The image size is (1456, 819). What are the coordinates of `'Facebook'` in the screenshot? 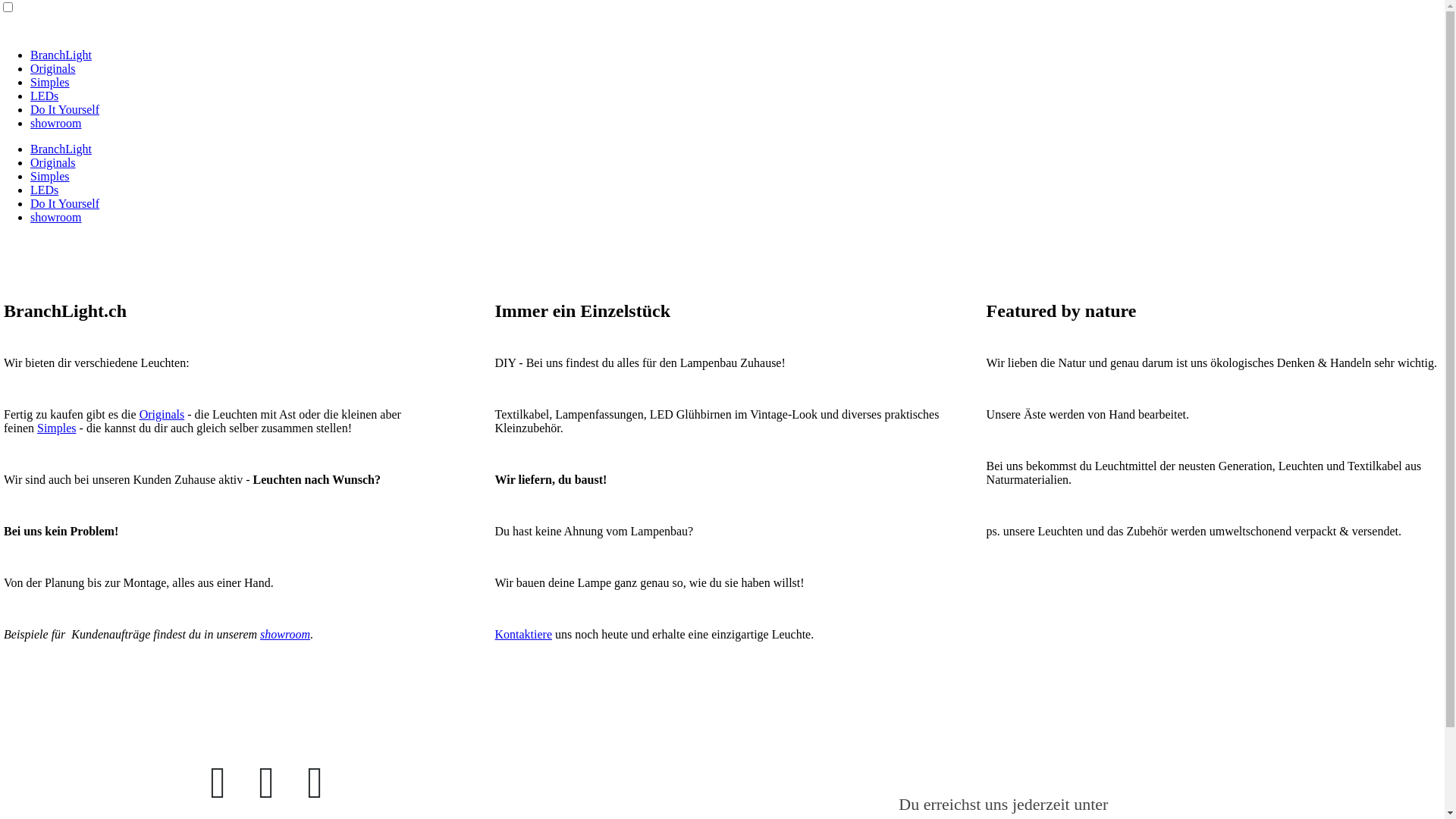 It's located at (196, 783).